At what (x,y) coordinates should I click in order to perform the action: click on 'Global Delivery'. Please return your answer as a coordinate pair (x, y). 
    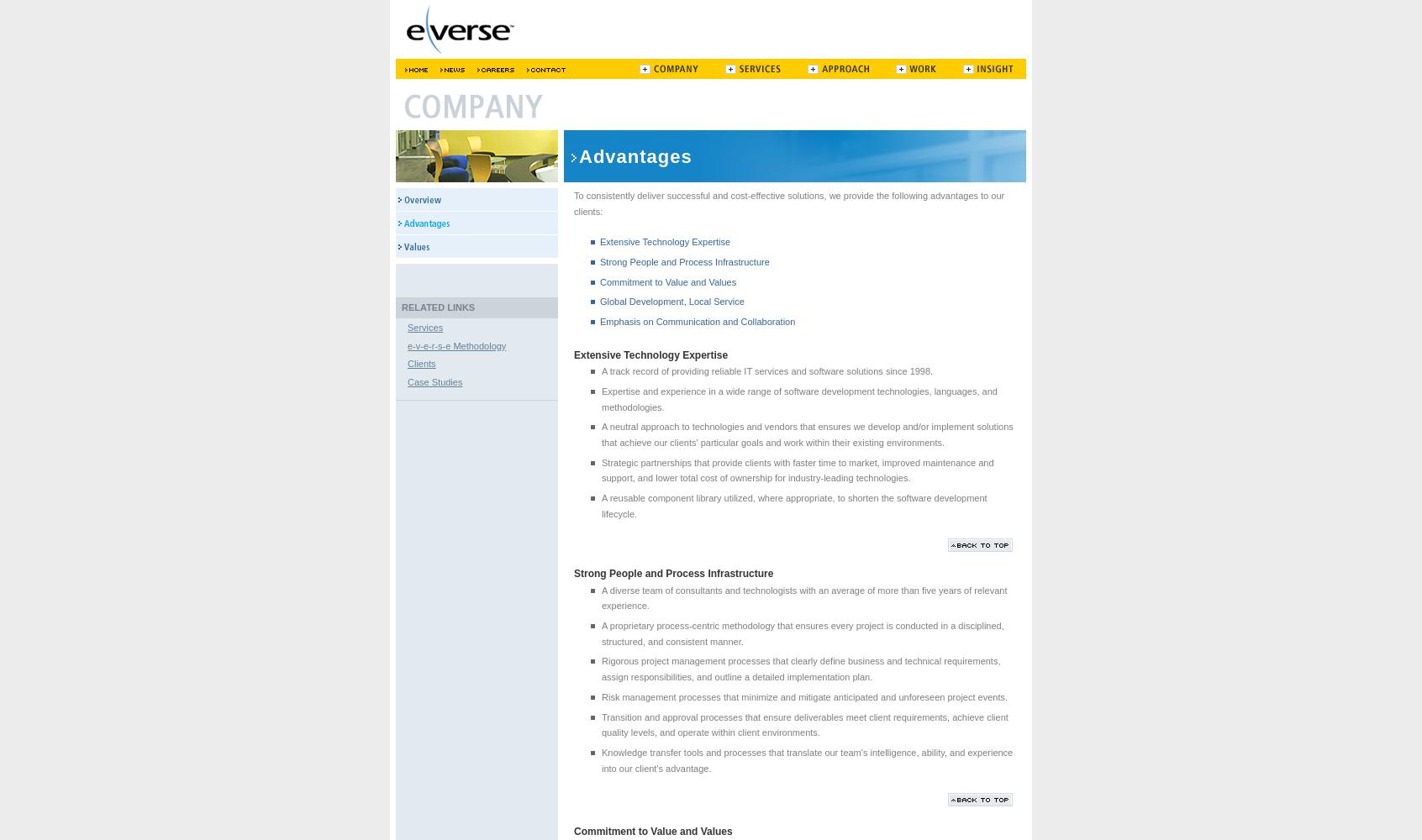
    Looking at the image, I should click on (416, 116).